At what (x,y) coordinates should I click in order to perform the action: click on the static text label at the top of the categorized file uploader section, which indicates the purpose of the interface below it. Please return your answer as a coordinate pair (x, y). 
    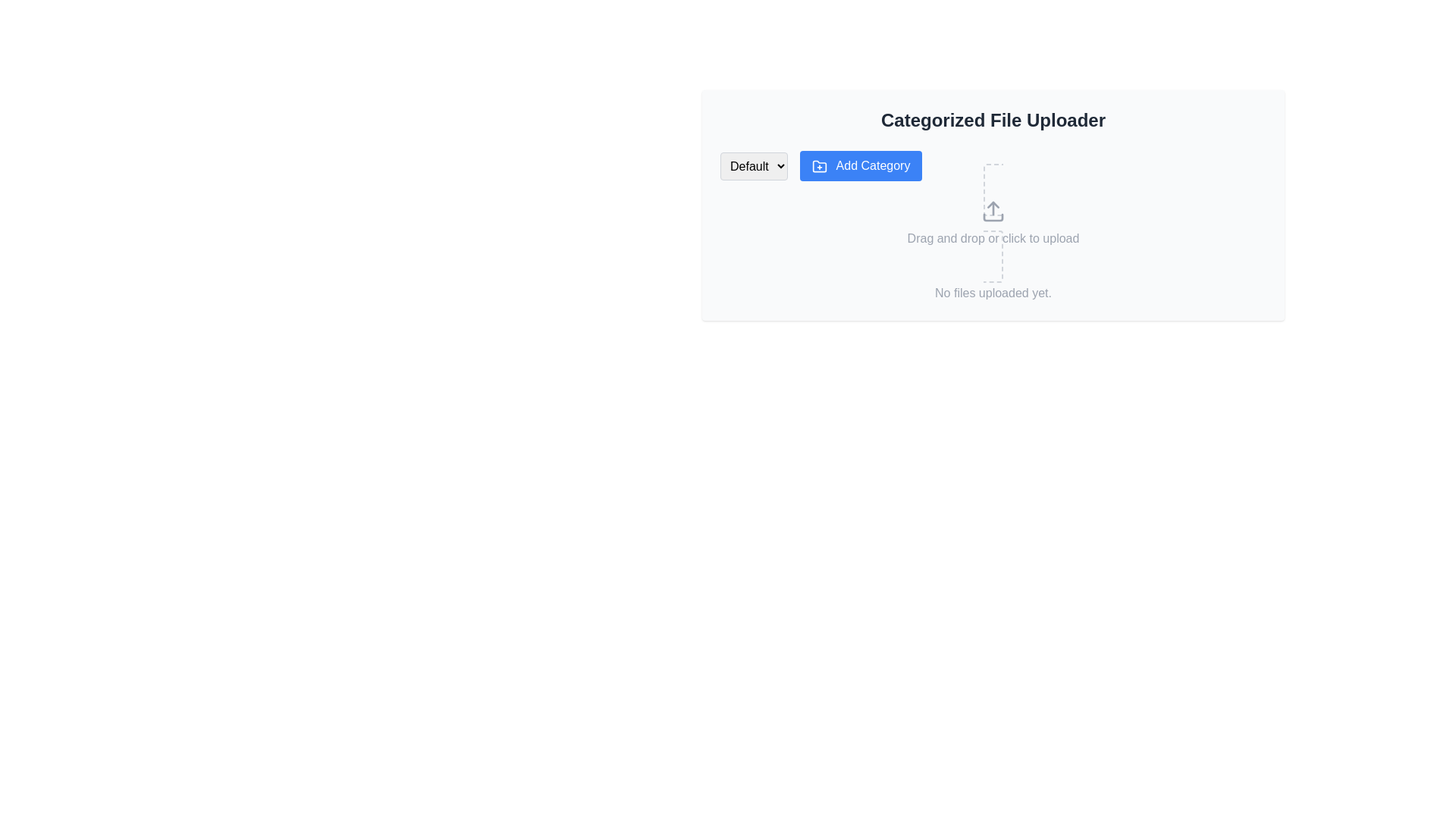
    Looking at the image, I should click on (993, 119).